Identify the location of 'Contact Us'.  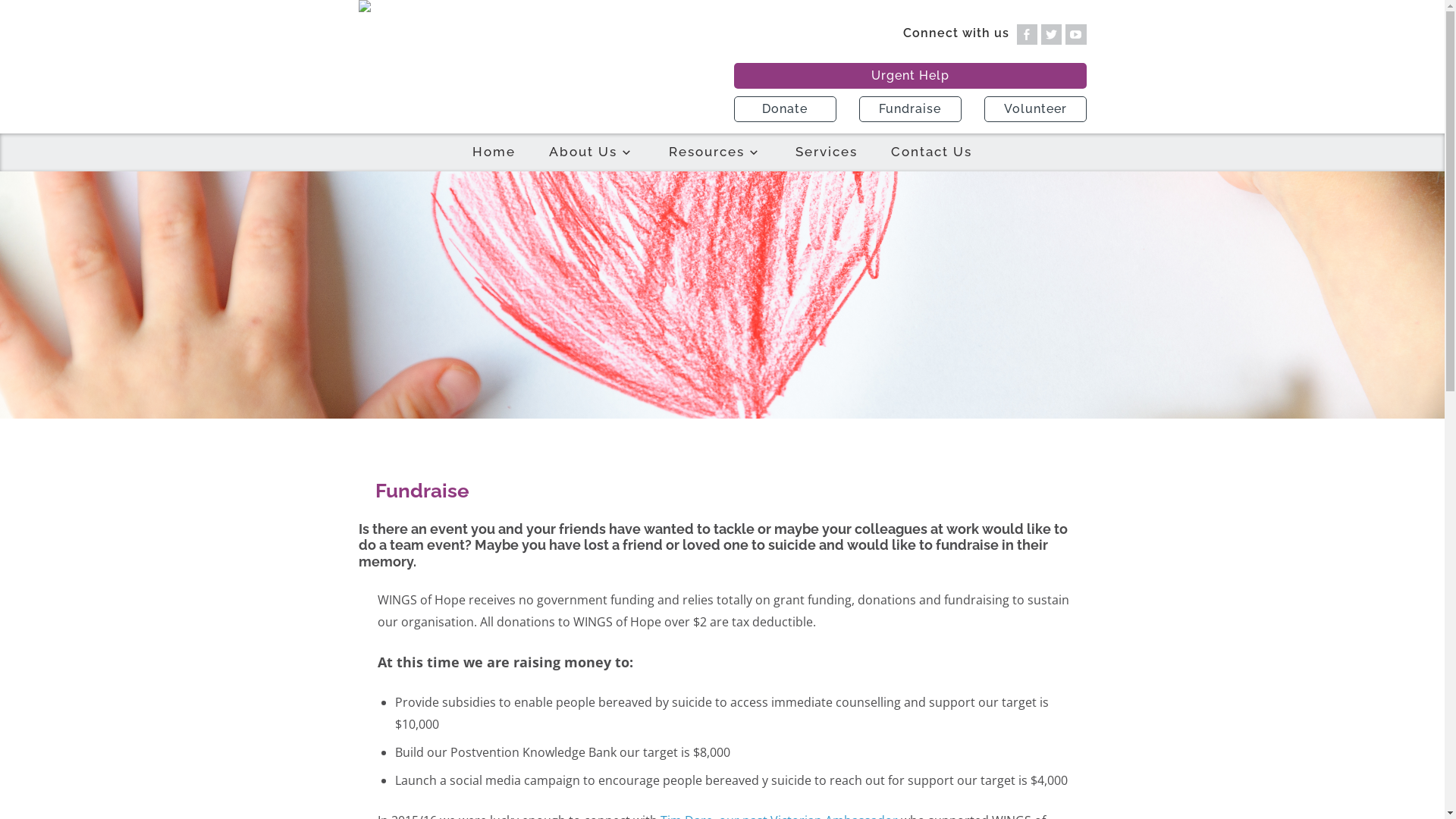
(891, 152).